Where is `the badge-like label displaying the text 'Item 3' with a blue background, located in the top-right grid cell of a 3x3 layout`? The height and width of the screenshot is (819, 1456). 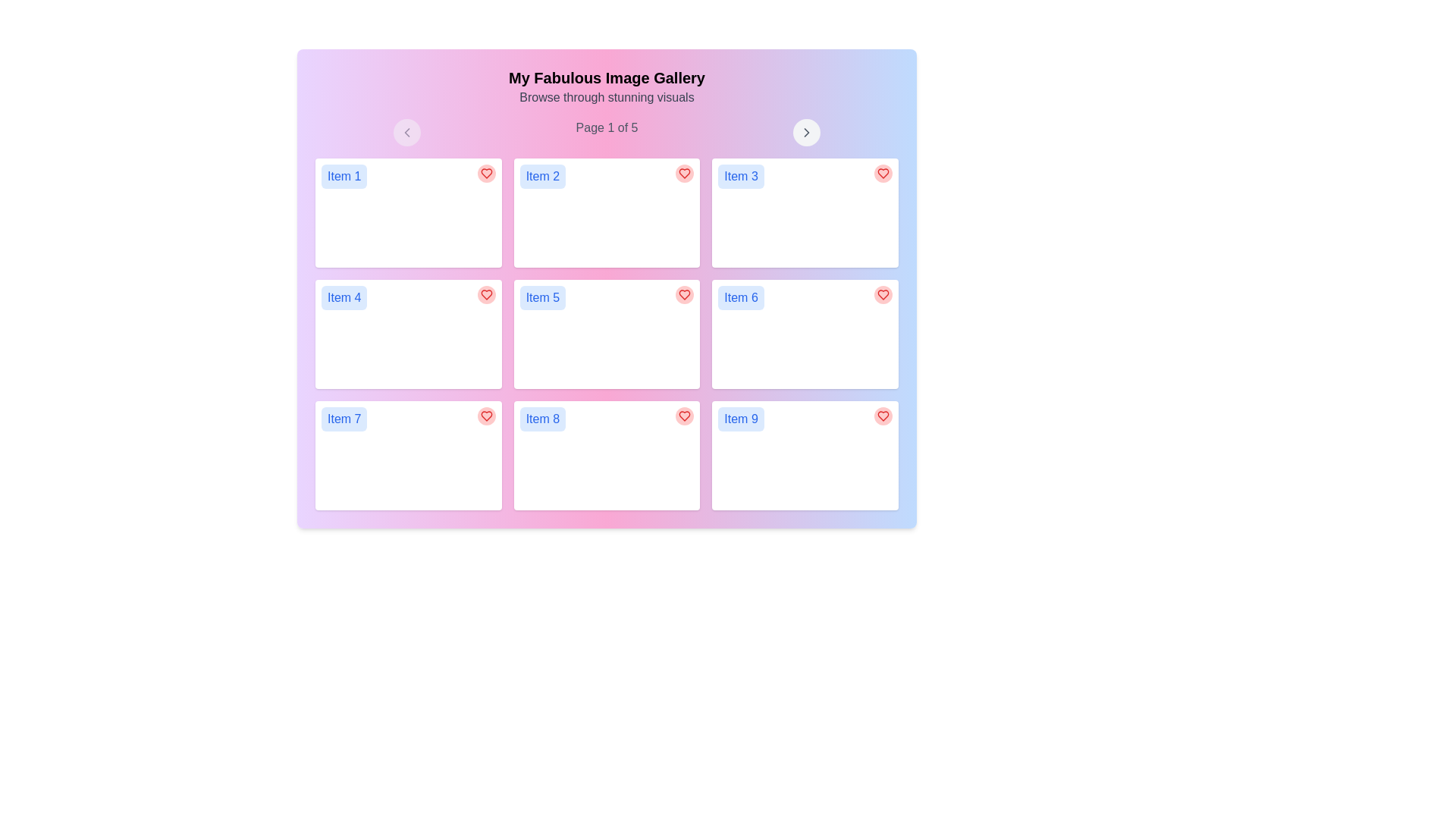 the badge-like label displaying the text 'Item 3' with a blue background, located in the top-right grid cell of a 3x3 layout is located at coordinates (741, 175).